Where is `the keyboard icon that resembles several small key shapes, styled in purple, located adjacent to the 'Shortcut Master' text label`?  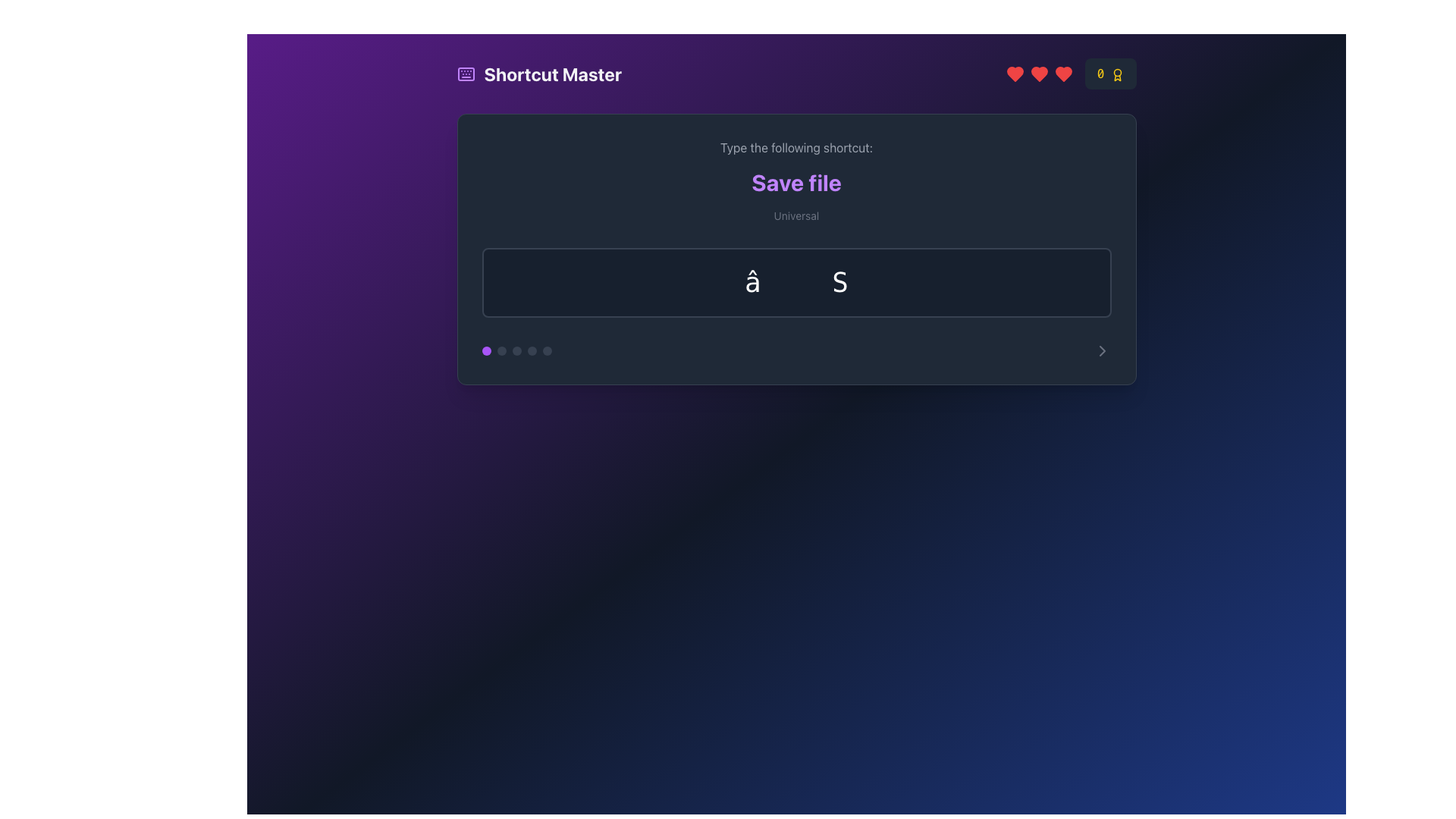
the keyboard icon that resembles several small key shapes, styled in purple, located adjacent to the 'Shortcut Master' text label is located at coordinates (465, 74).